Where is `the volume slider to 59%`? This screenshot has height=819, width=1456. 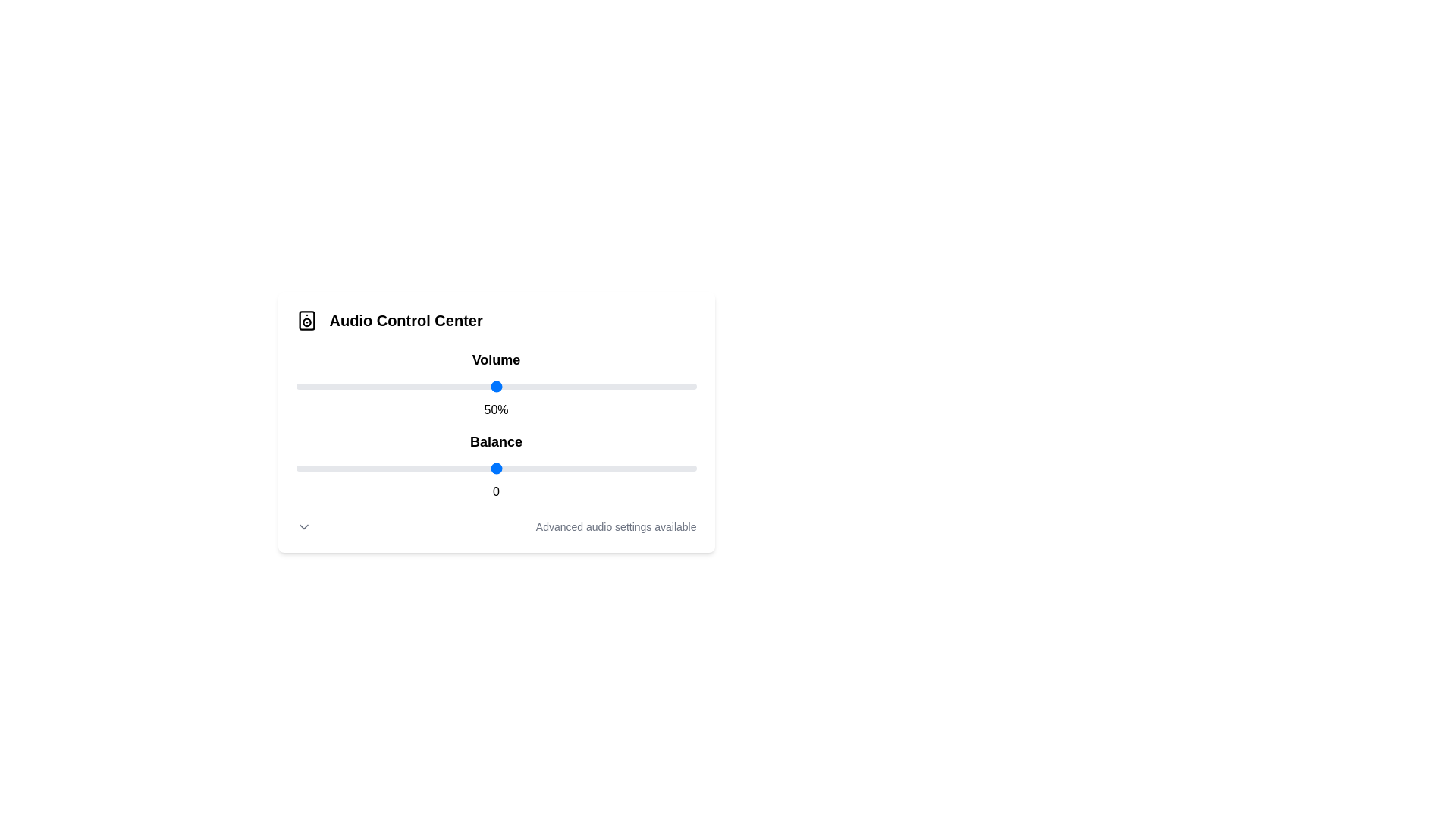 the volume slider to 59% is located at coordinates (532, 385).